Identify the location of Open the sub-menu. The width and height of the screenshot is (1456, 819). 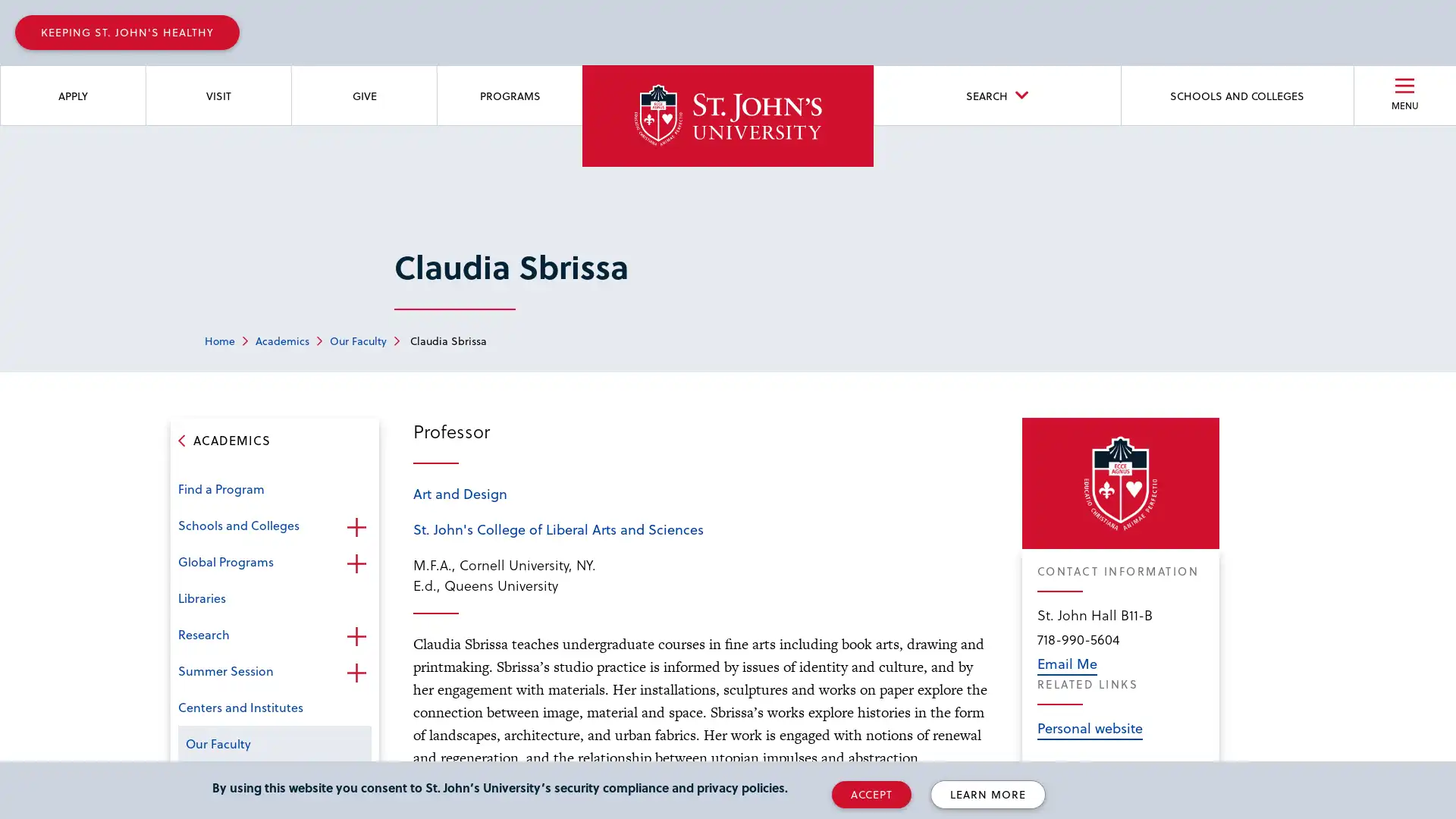
(356, 636).